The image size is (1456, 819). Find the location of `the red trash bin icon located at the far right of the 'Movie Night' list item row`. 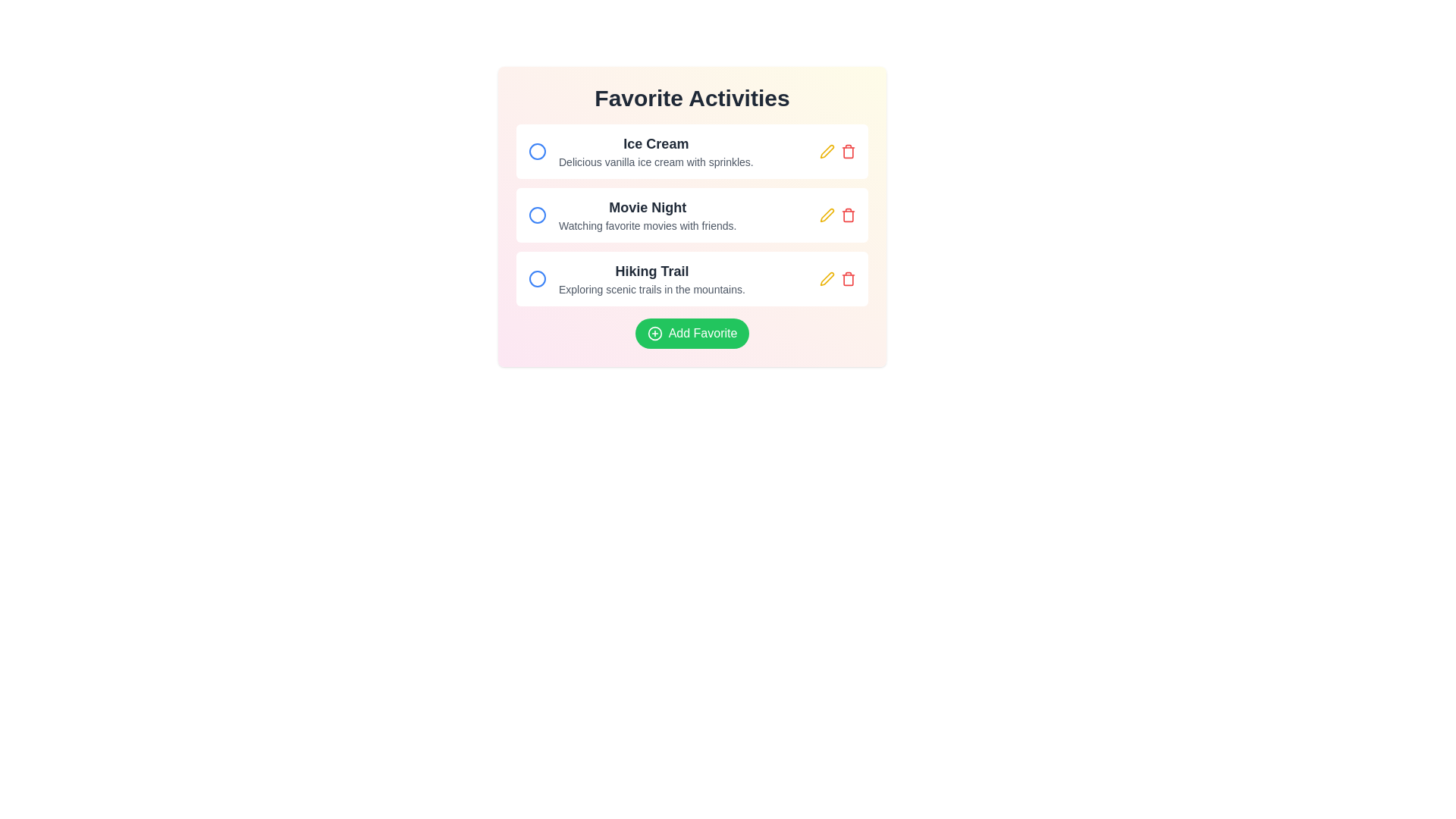

the red trash bin icon located at the far right of the 'Movie Night' list item row is located at coordinates (847, 215).